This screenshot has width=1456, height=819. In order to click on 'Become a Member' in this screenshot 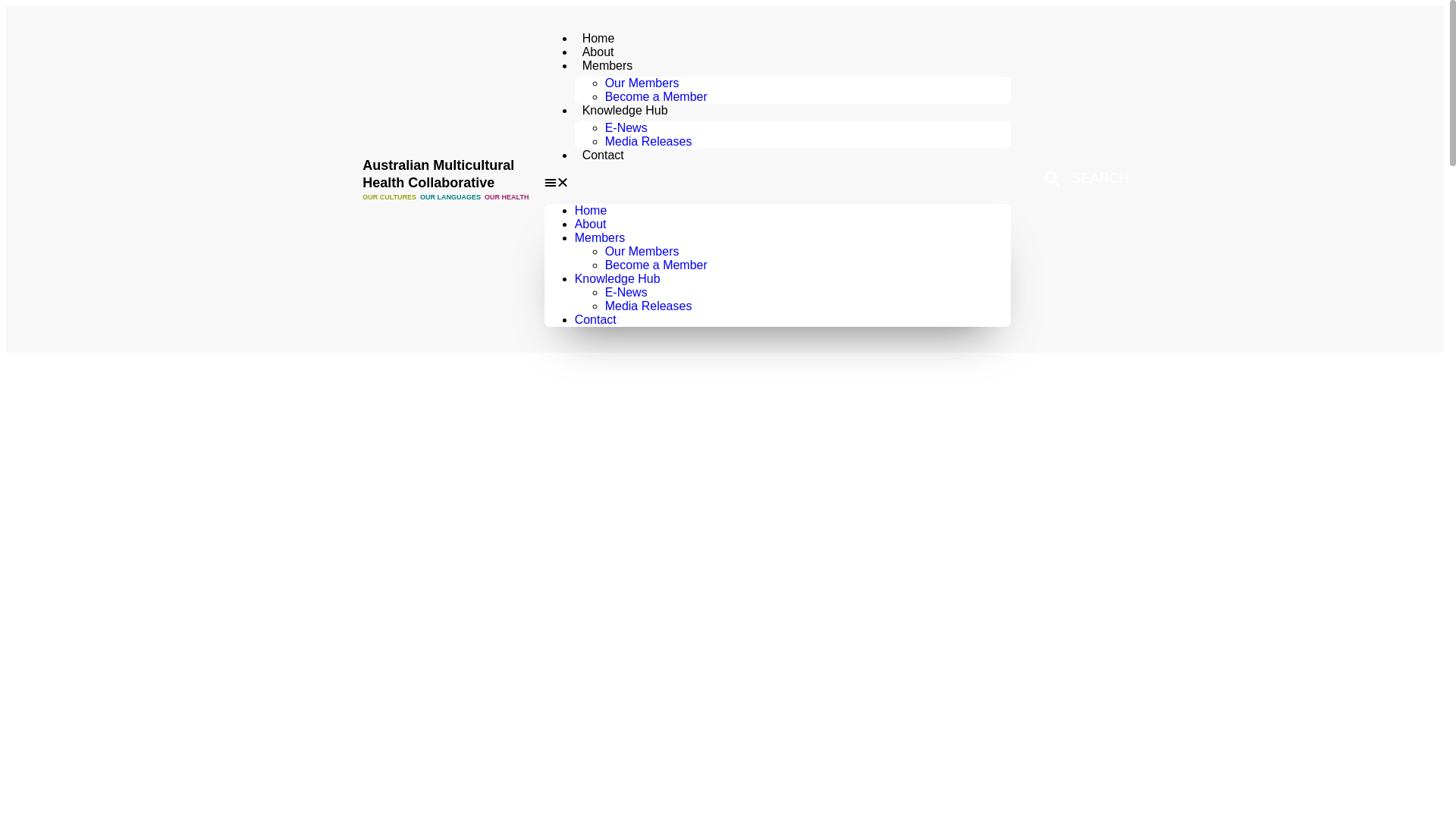, I will do `click(656, 264)`.